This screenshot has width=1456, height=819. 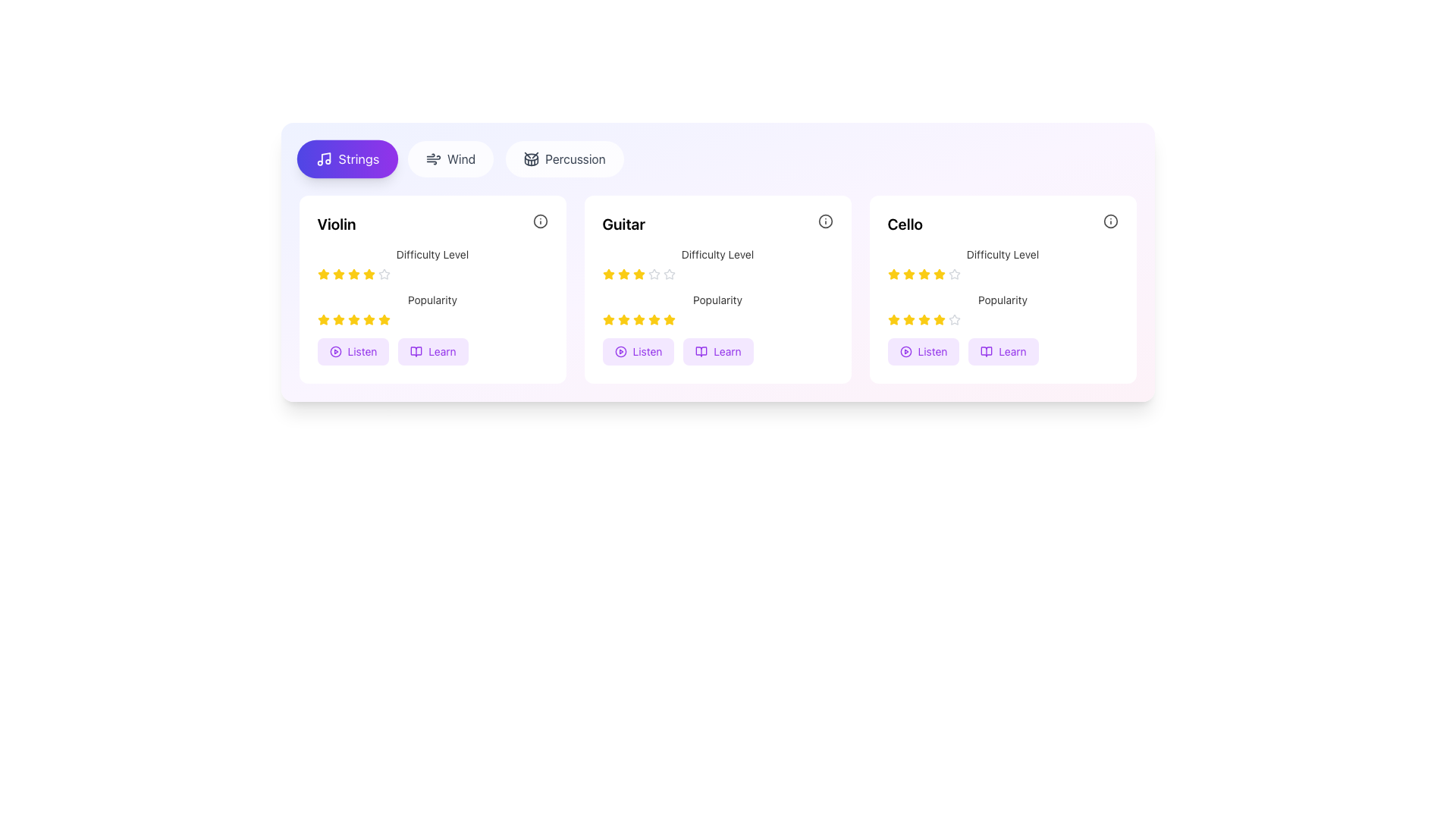 What do you see at coordinates (353, 275) in the screenshot?
I see `the fourth star in the rating visualization under the 'Difficulty Level' text in the 'Violin' card section` at bounding box center [353, 275].